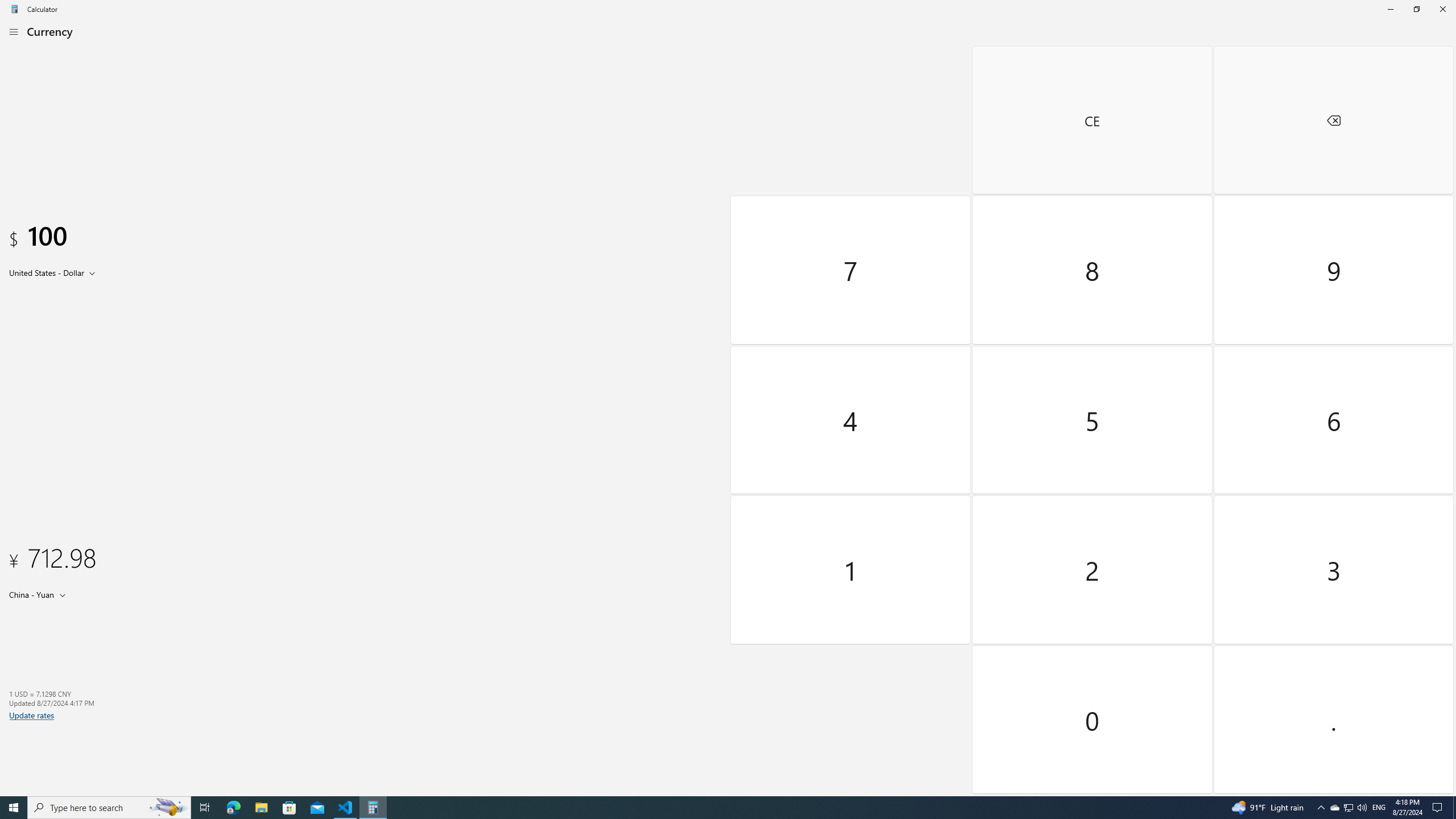 This screenshot has height=819, width=1456. I want to click on 'Input unit', so click(54, 272).